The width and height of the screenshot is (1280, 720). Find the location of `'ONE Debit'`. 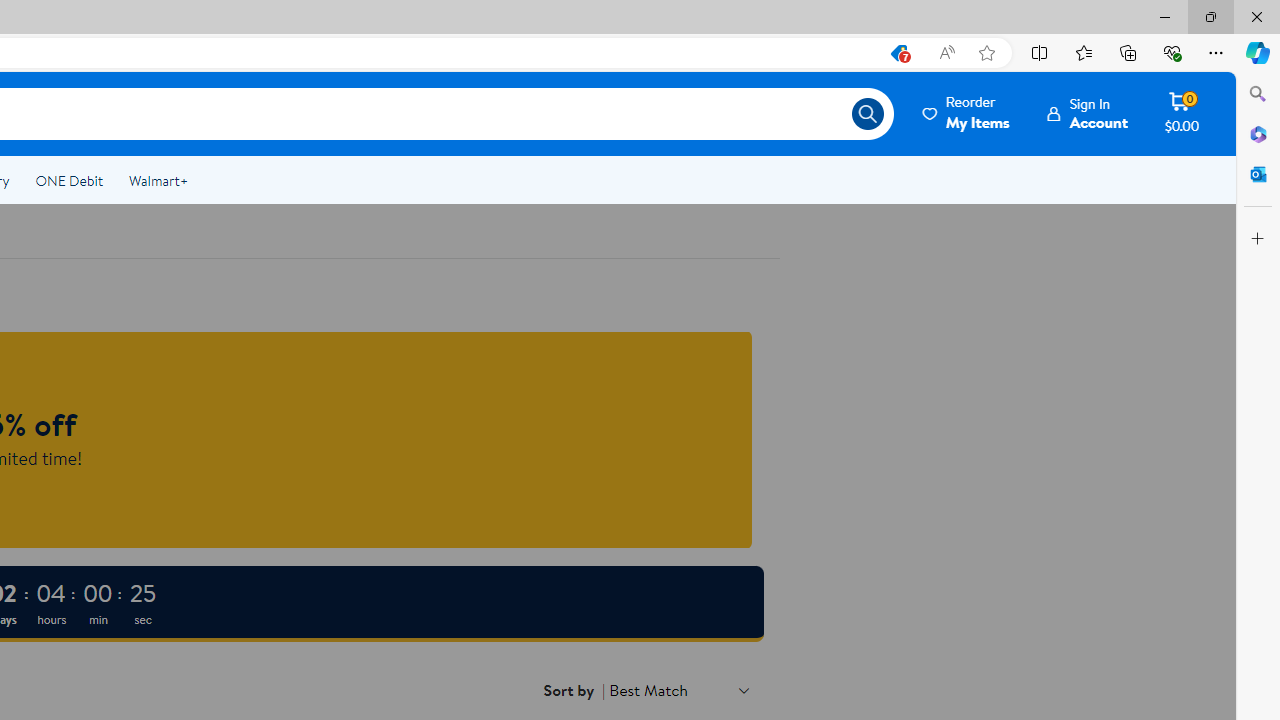

'ONE Debit' is located at coordinates (69, 181).